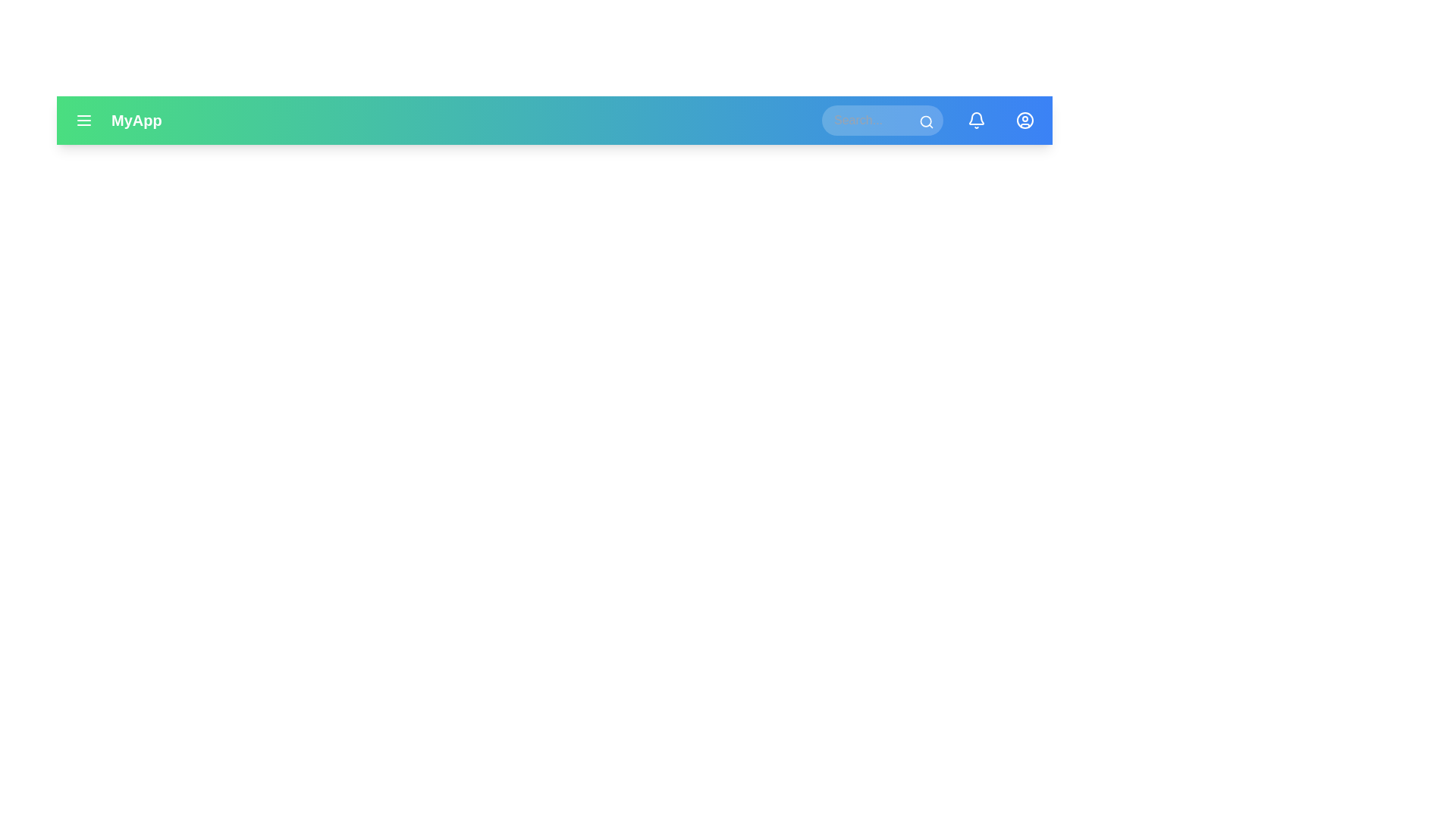 This screenshot has width=1456, height=819. What do you see at coordinates (976, 119) in the screenshot?
I see `the bell icon to view notifications` at bounding box center [976, 119].